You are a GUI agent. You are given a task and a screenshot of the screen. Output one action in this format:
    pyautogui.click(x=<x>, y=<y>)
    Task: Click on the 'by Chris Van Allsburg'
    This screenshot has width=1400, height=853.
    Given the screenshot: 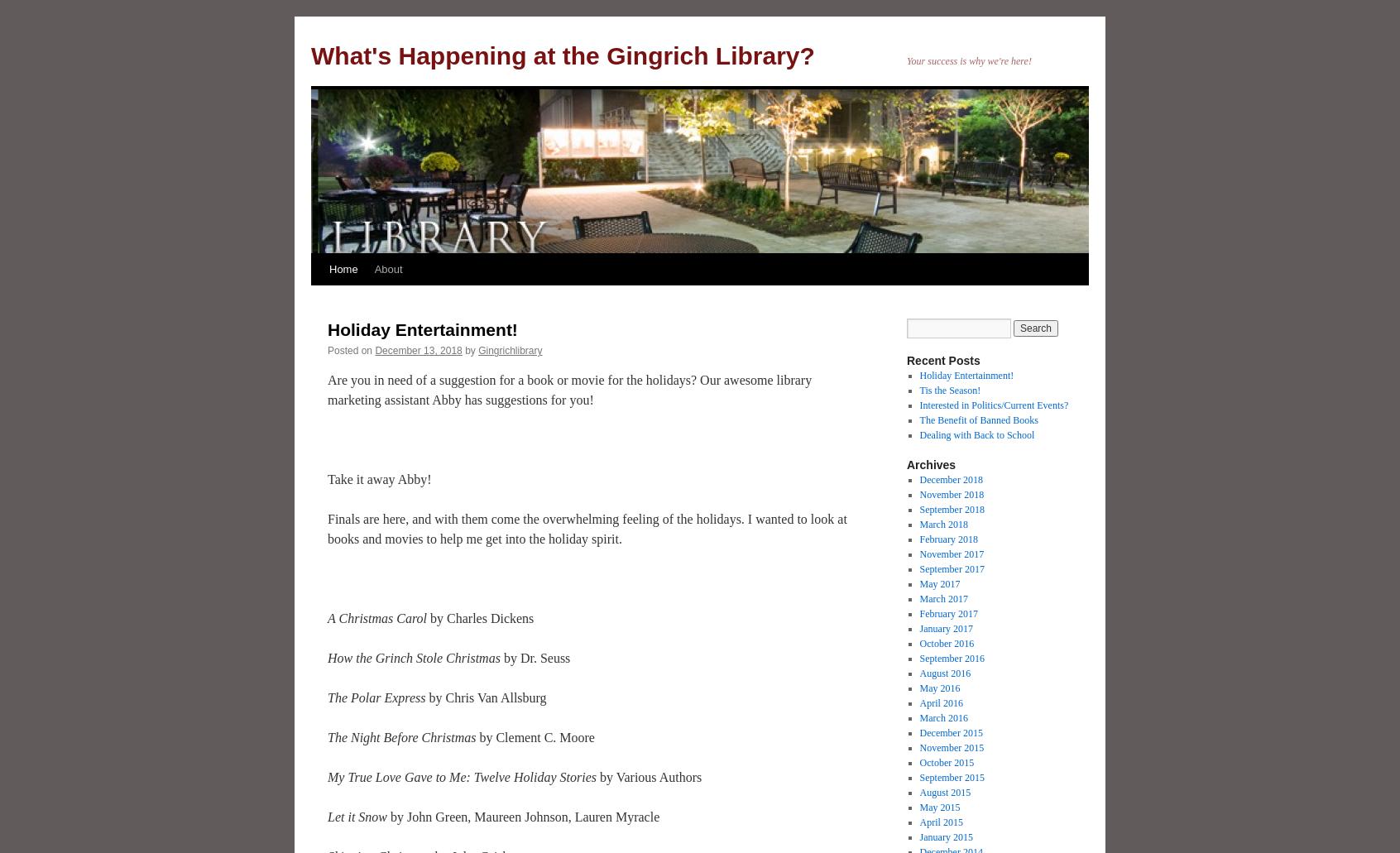 What is the action you would take?
    pyautogui.click(x=484, y=697)
    